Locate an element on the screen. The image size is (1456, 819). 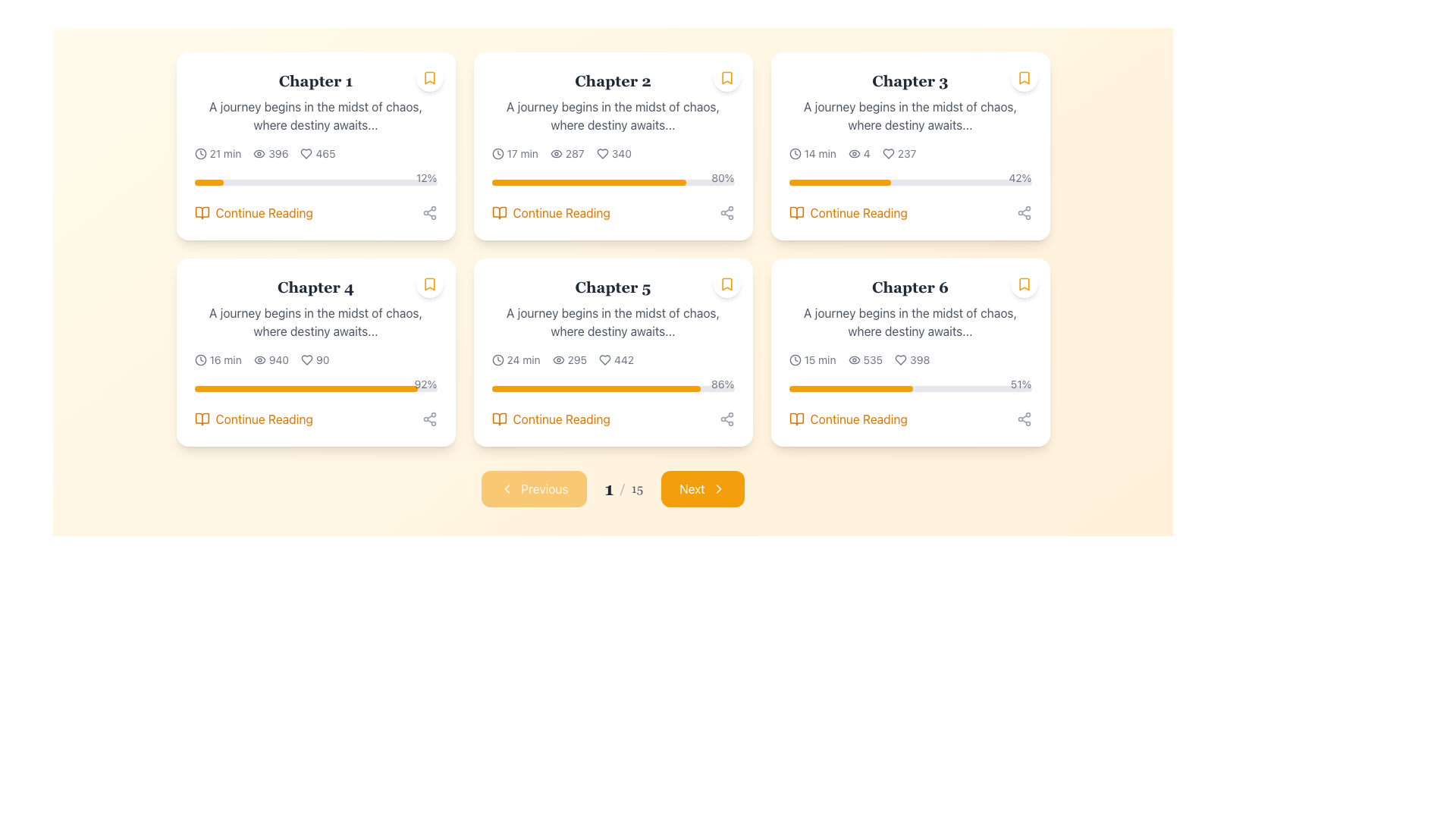
the heart-shaped icon button representing likes or favorites located is located at coordinates (888, 154).